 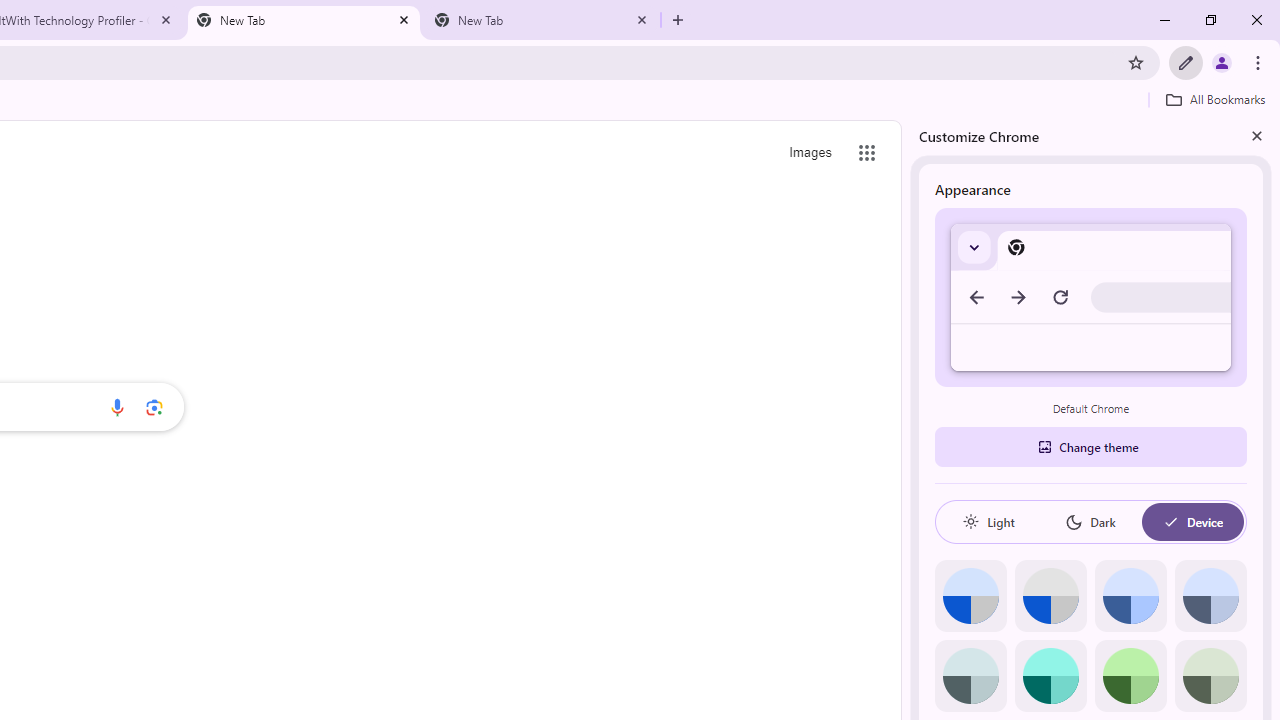 I want to click on 'Minimize', so click(x=1165, y=20).